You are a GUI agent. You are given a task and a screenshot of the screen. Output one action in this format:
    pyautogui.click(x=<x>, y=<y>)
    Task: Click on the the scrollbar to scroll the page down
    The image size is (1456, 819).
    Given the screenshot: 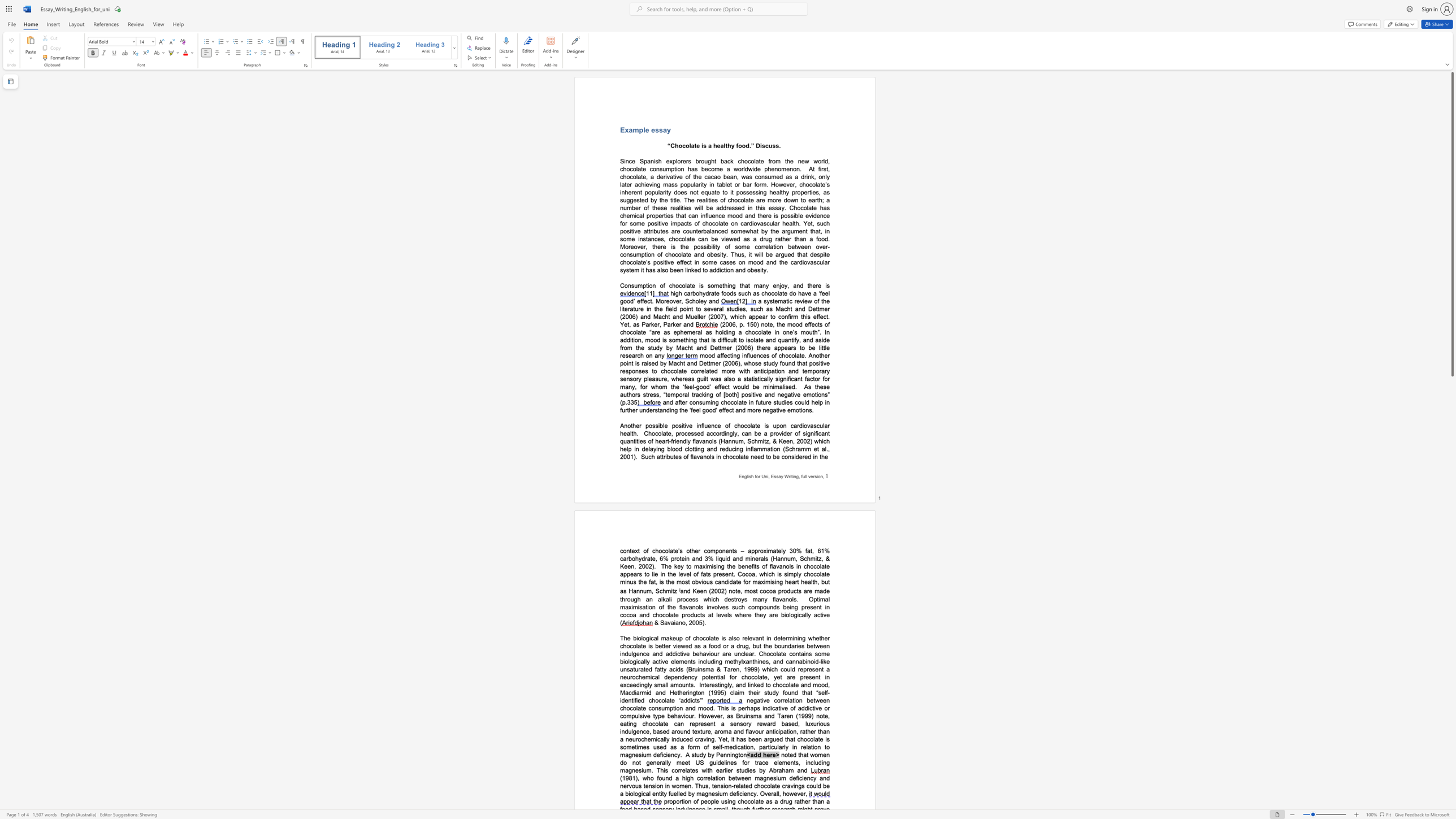 What is the action you would take?
    pyautogui.click(x=1451, y=504)
    